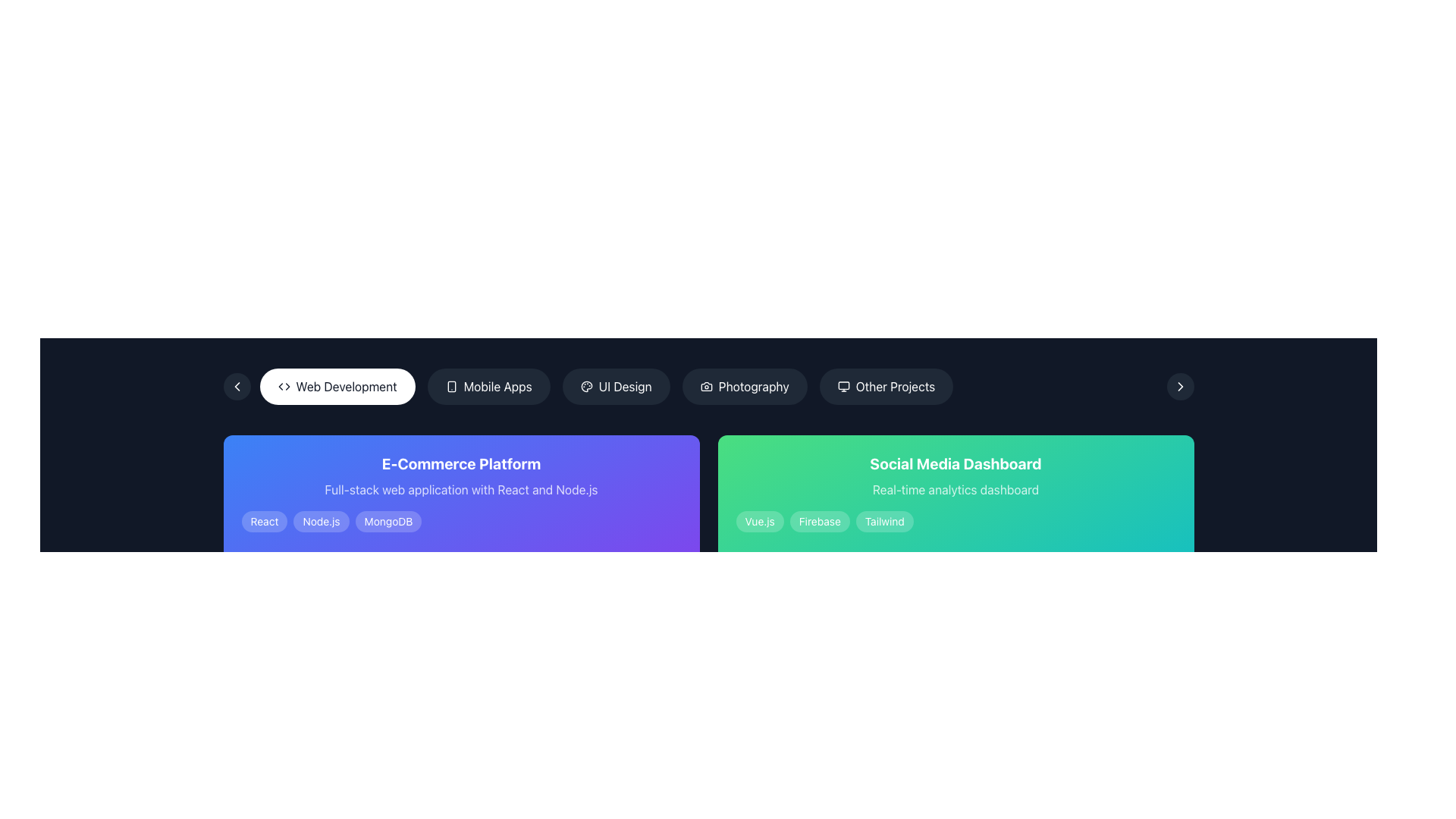  What do you see at coordinates (754, 385) in the screenshot?
I see `the text label 'Photography' styled in white against a dark background` at bounding box center [754, 385].